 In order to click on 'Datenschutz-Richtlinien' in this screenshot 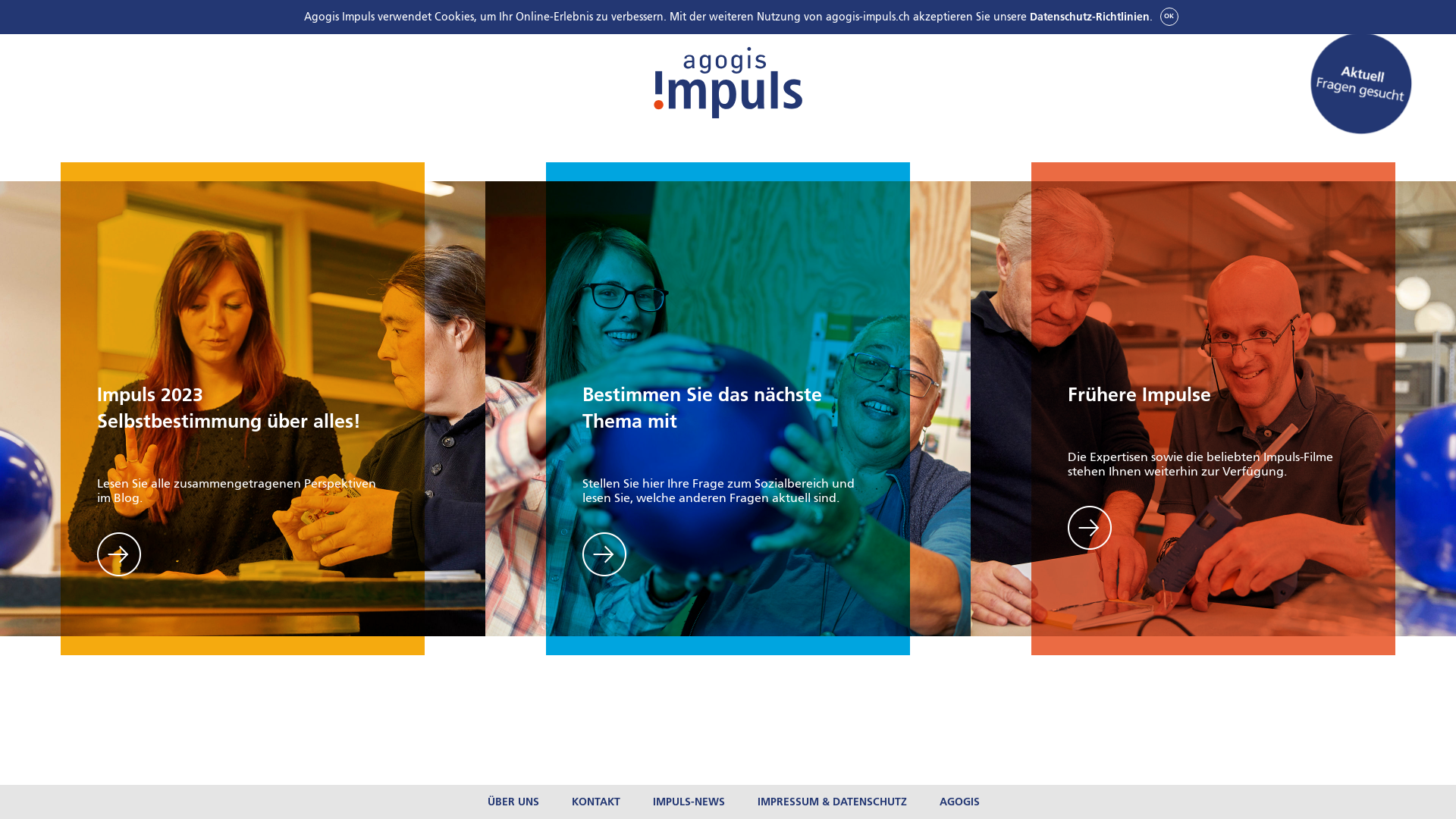, I will do `click(1088, 17)`.